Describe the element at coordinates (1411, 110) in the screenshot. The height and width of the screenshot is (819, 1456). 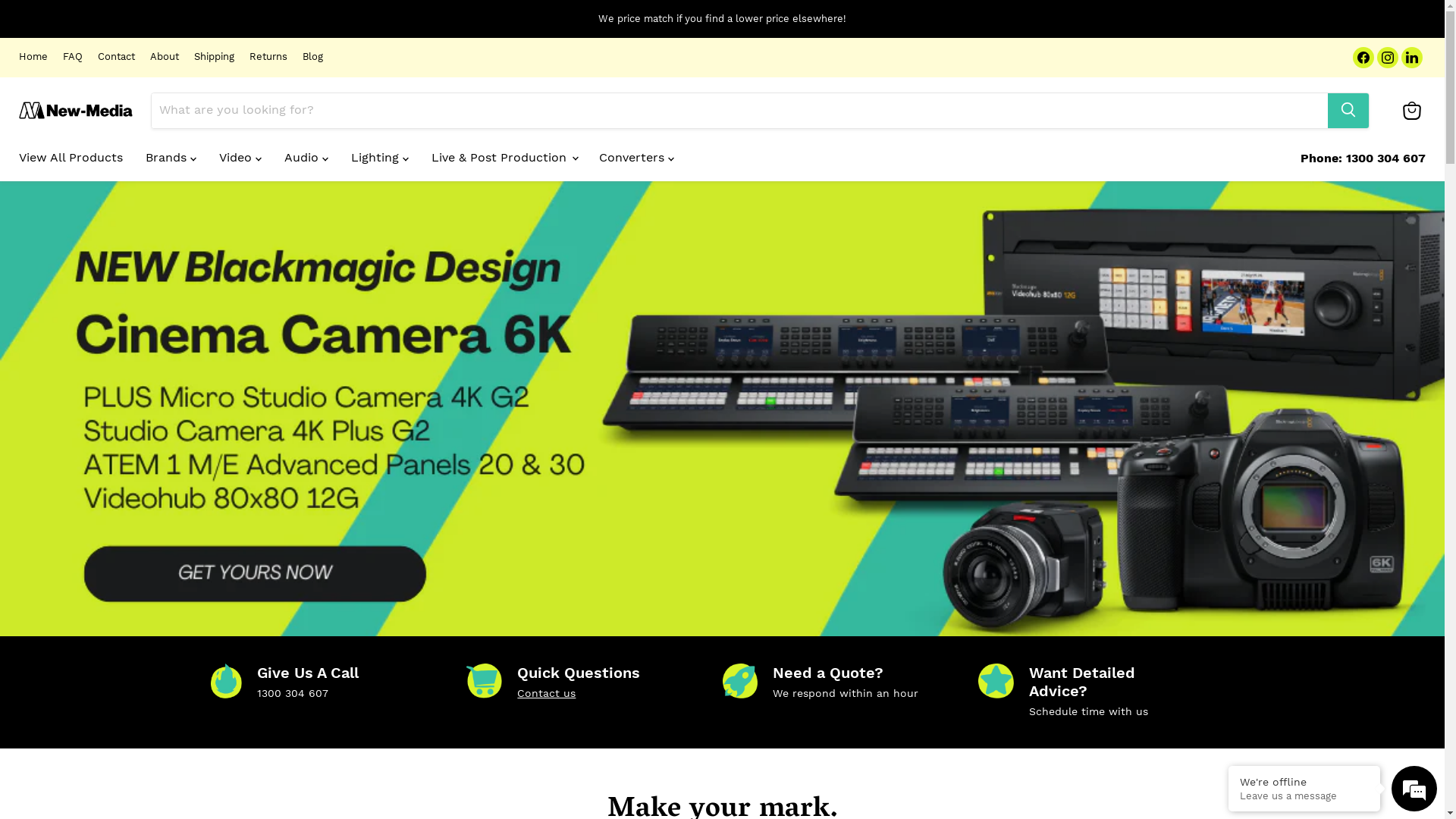
I see `'View cart'` at that location.